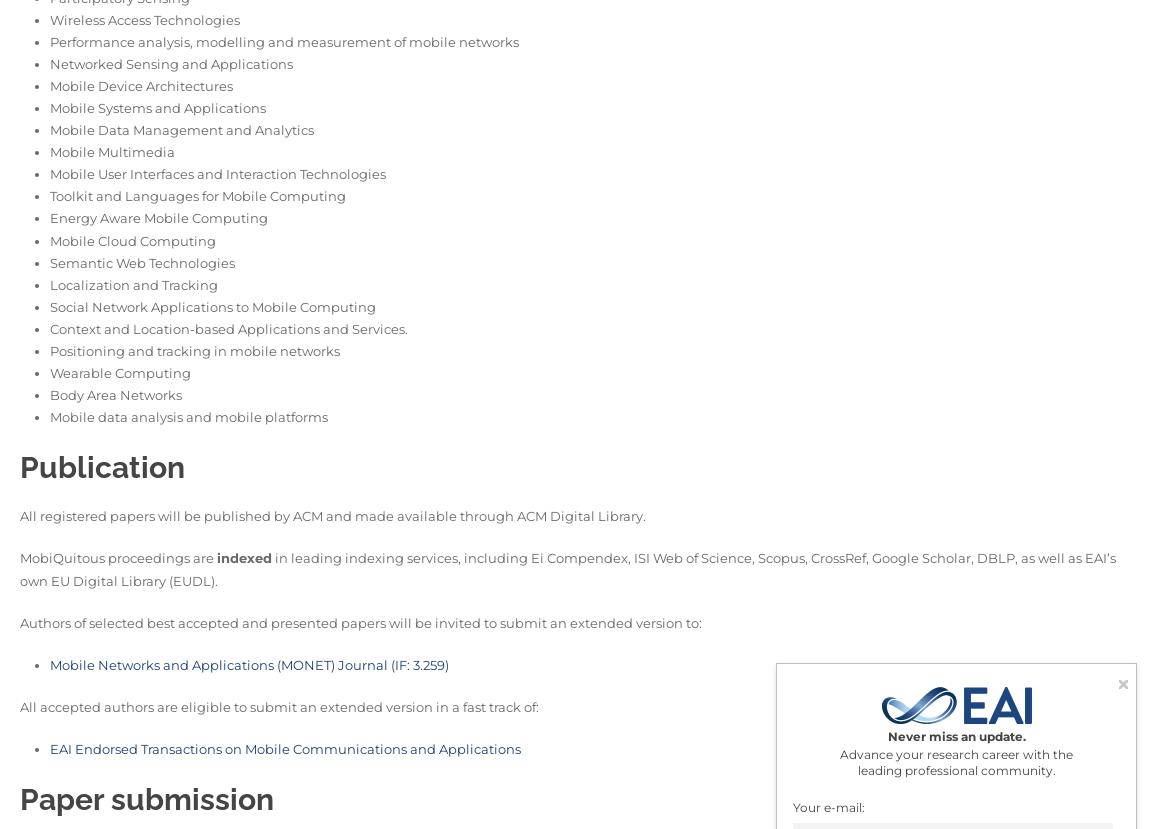  I want to click on 'Mobile Cloud Computing', so click(49, 239).